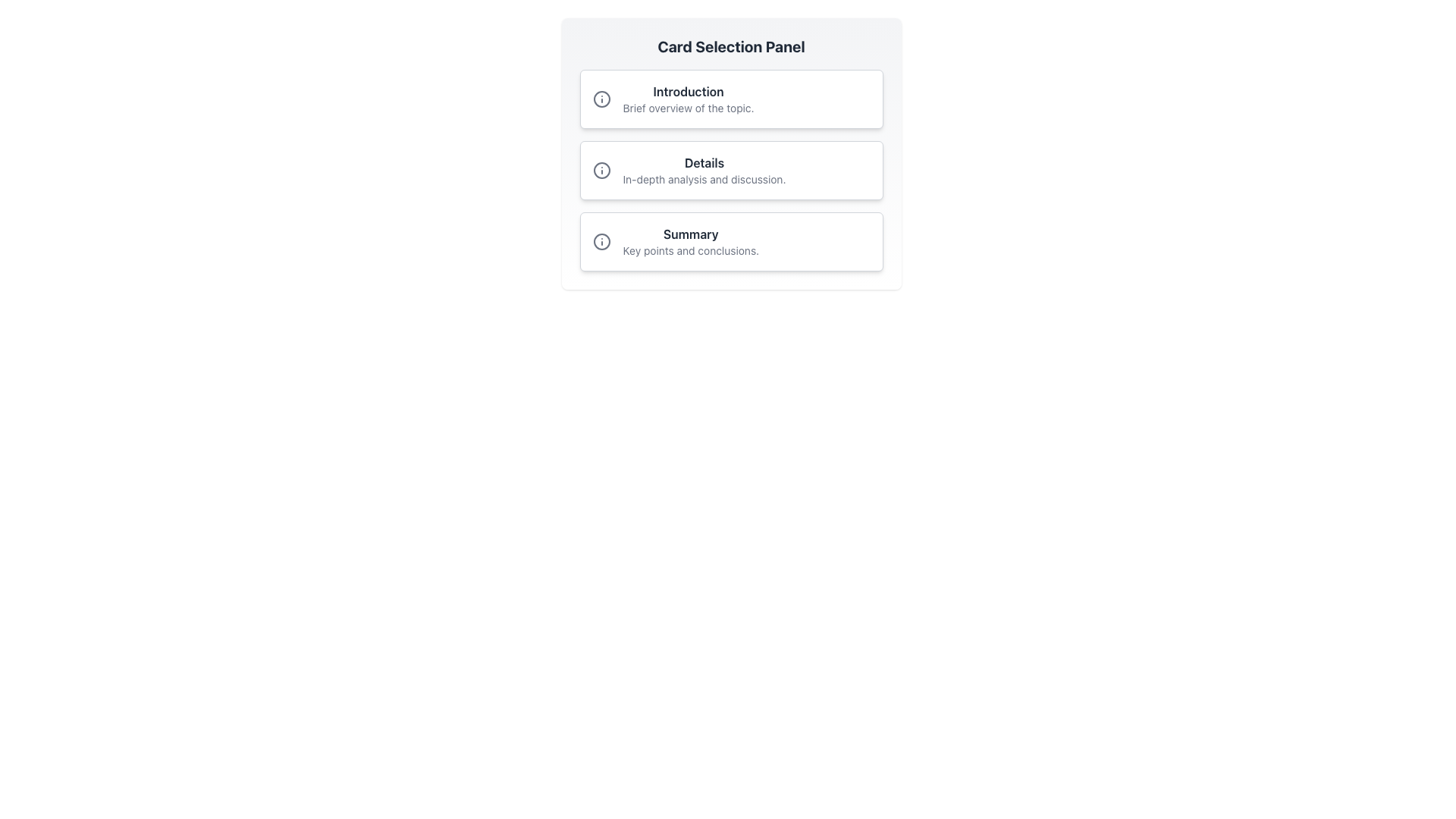  Describe the element at coordinates (731, 241) in the screenshot. I see `the 'Summary' section card which provides key points and conclusions, located at the bottom of the vertical stack of three sections` at that location.